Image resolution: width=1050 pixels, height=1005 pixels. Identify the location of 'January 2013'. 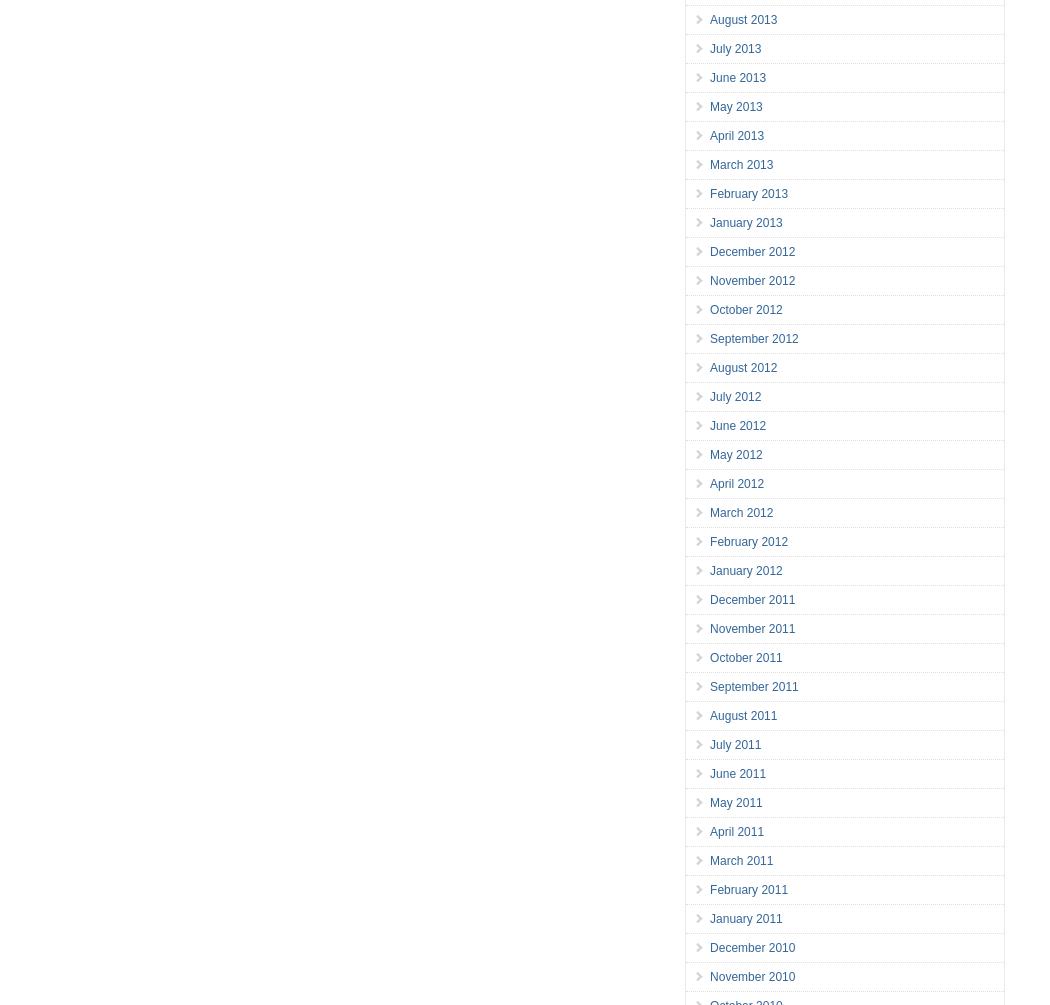
(710, 222).